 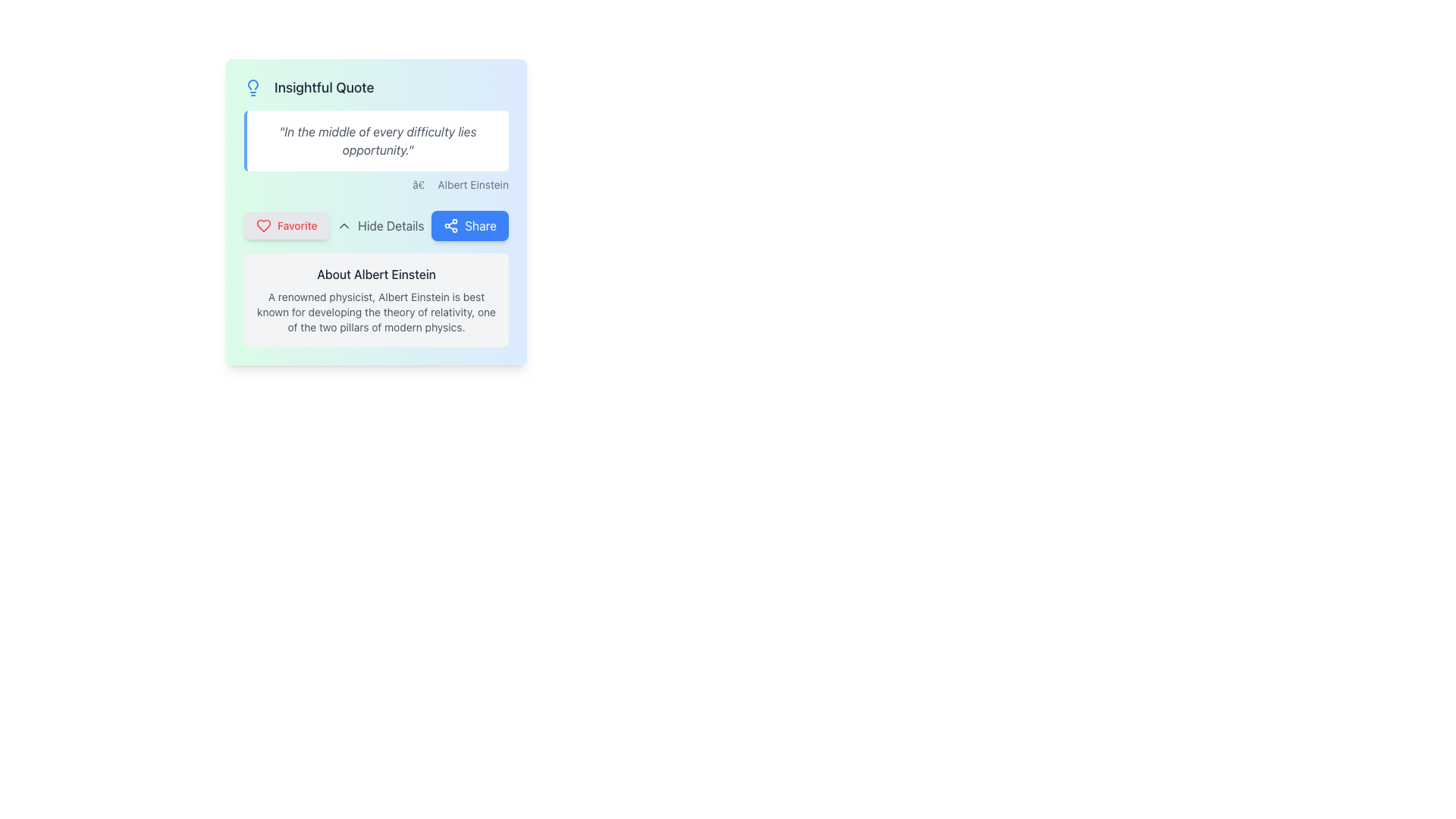 What do you see at coordinates (323, 87) in the screenshot?
I see `the text label displaying 'Insightful Quote', which is prominently positioned to the right of a blue lightbulb icon at the top left of a card-like component` at bounding box center [323, 87].